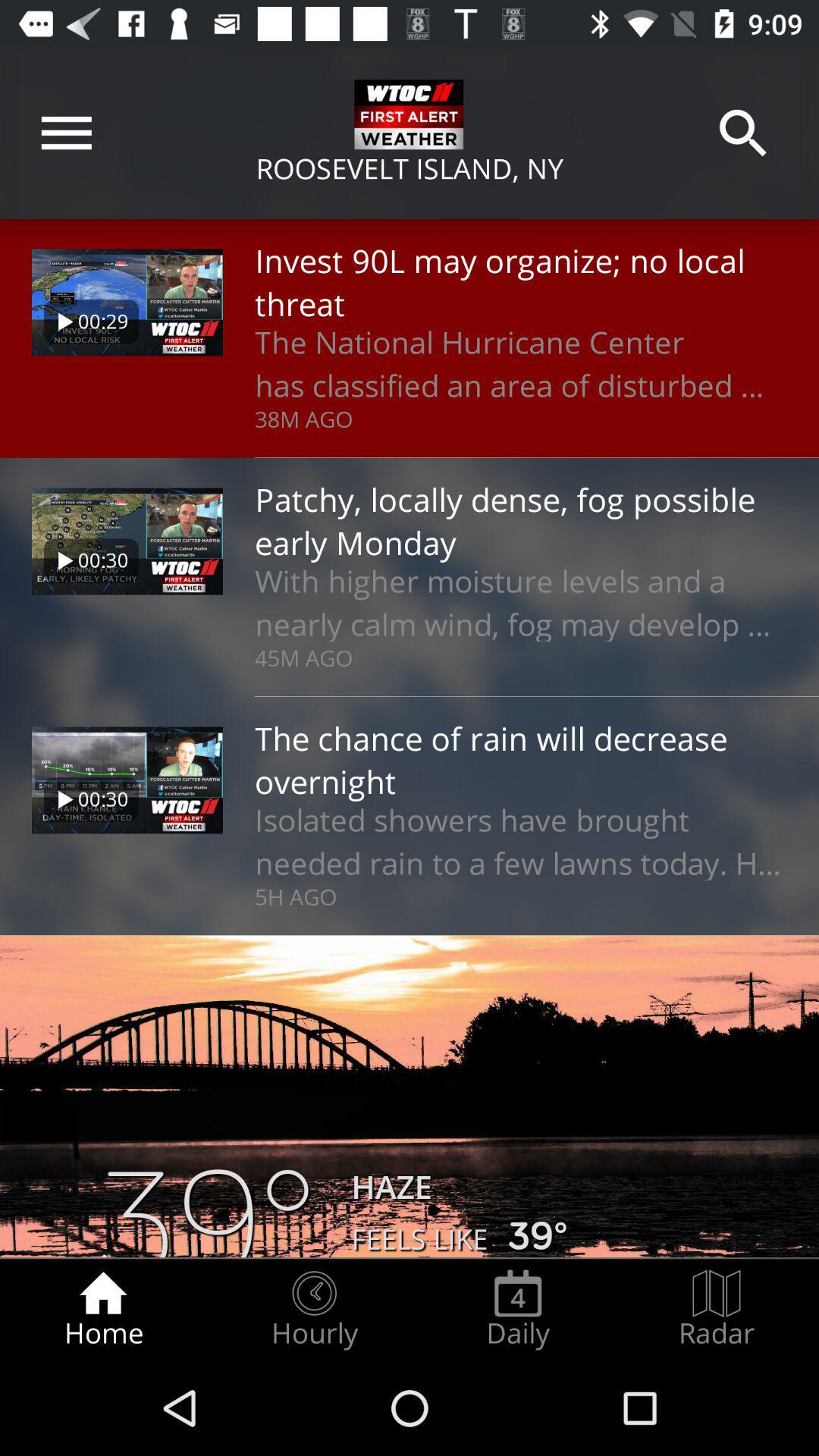 Image resolution: width=819 pixels, height=1456 pixels. I want to click on the icon next to daily, so click(717, 1309).